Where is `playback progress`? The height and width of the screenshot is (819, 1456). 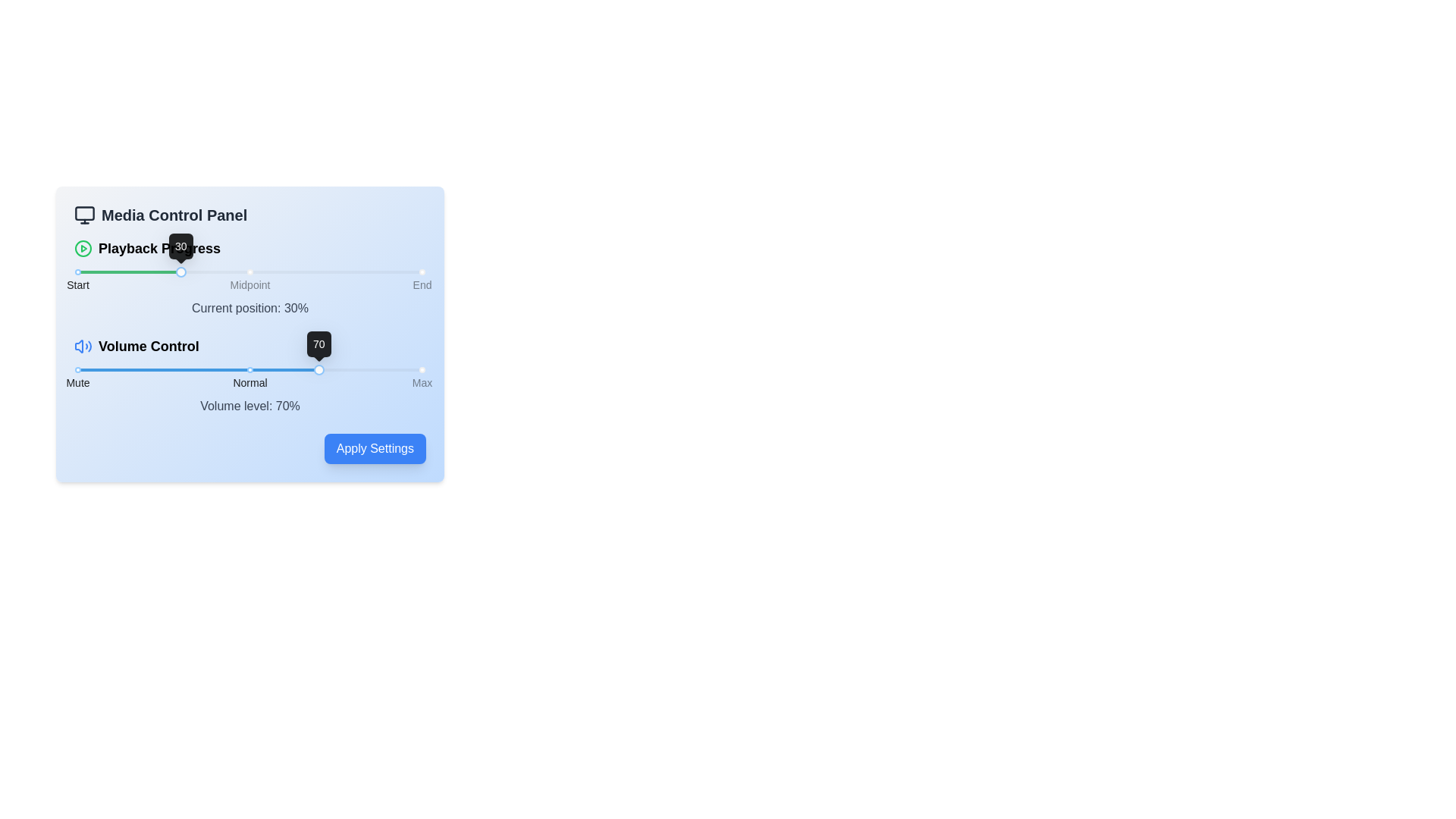
playback progress is located at coordinates (164, 271).